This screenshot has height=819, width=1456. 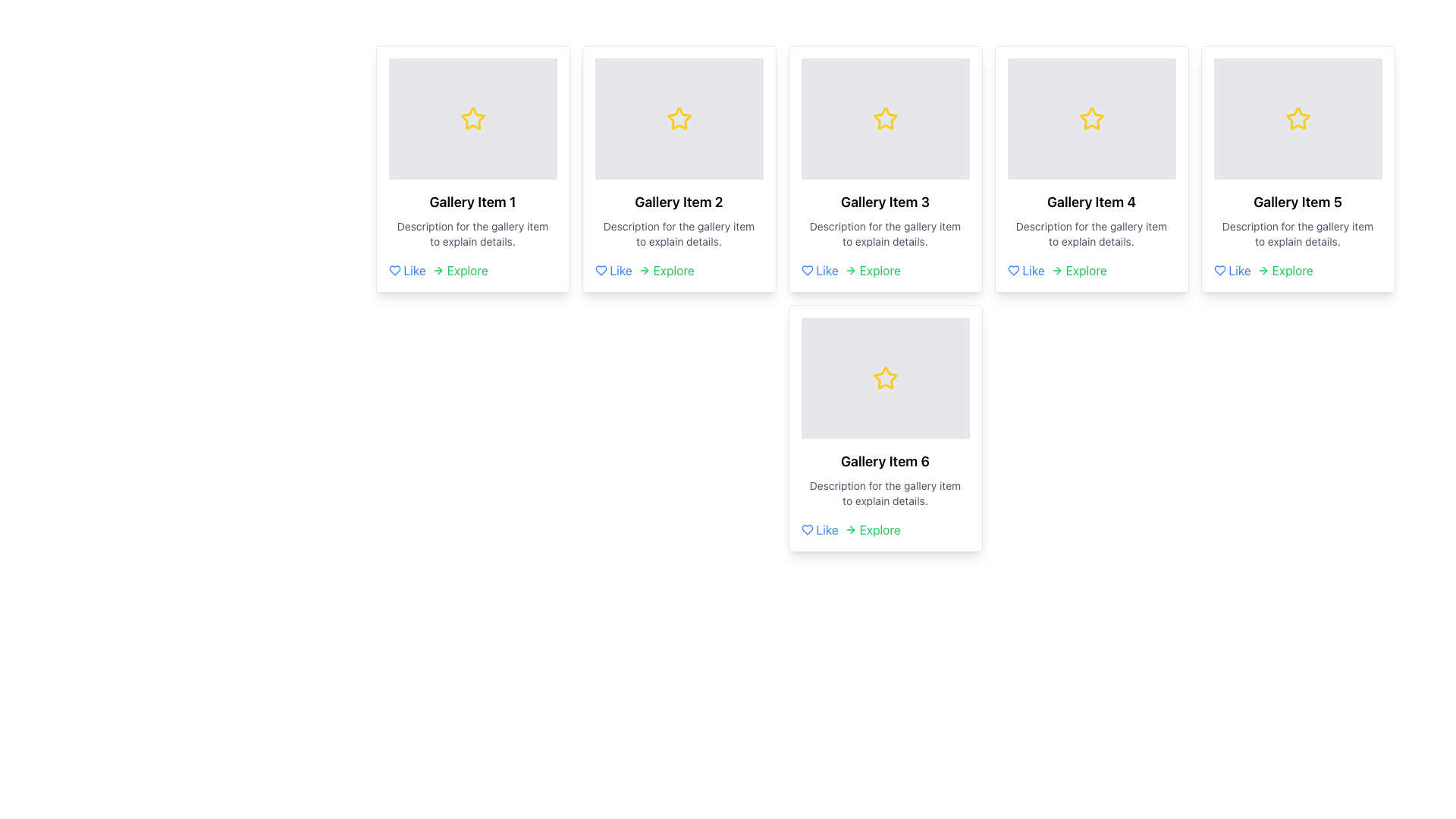 I want to click on the star icon located at the top-center of the third card in the grid layout, so click(x=885, y=118).